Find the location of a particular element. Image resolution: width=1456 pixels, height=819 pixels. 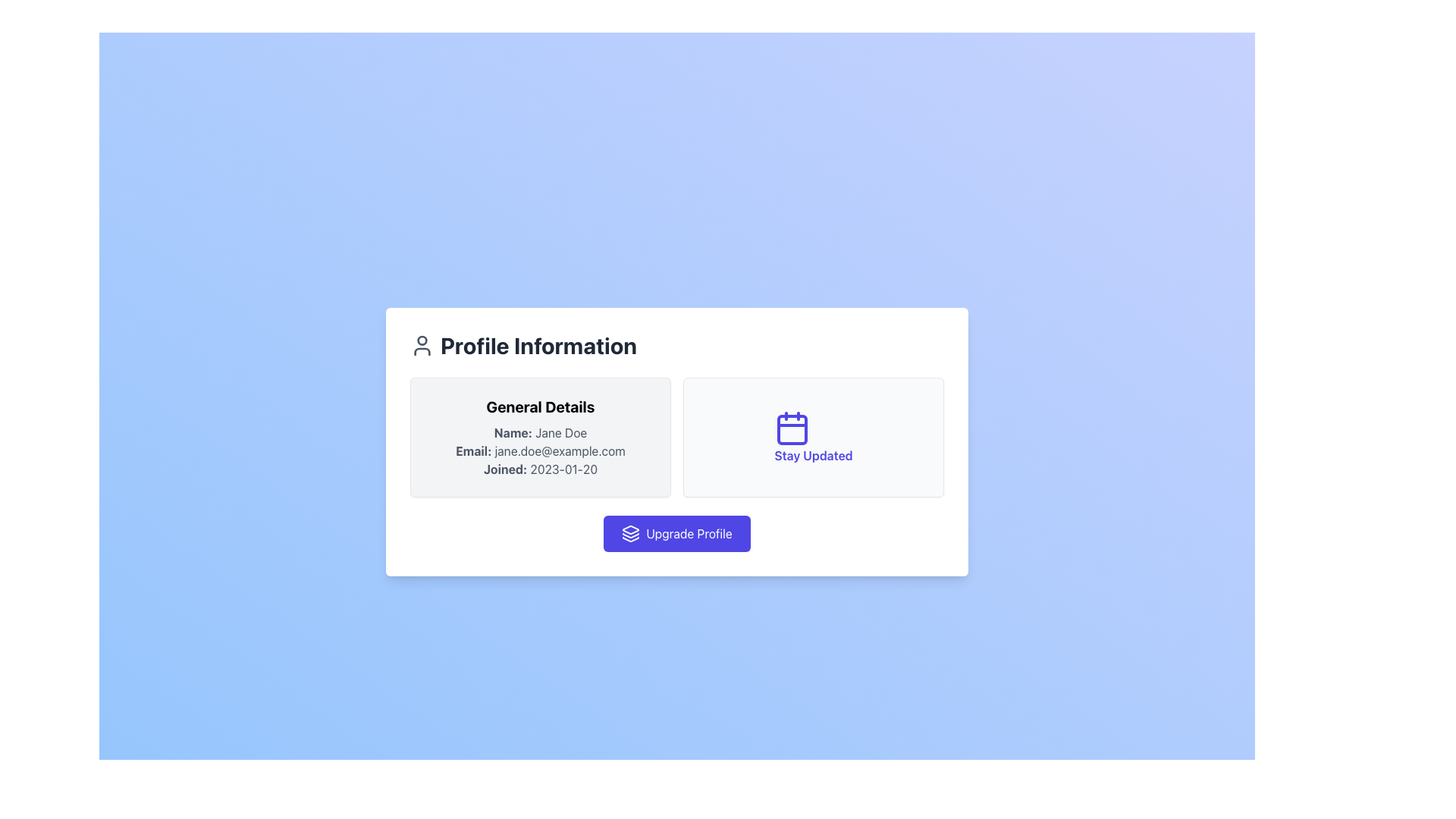

the circular graphical element that is part of the user profile avatar, located near the top-left corner of the interface, above the 'Profile Information' header is located at coordinates (422, 339).